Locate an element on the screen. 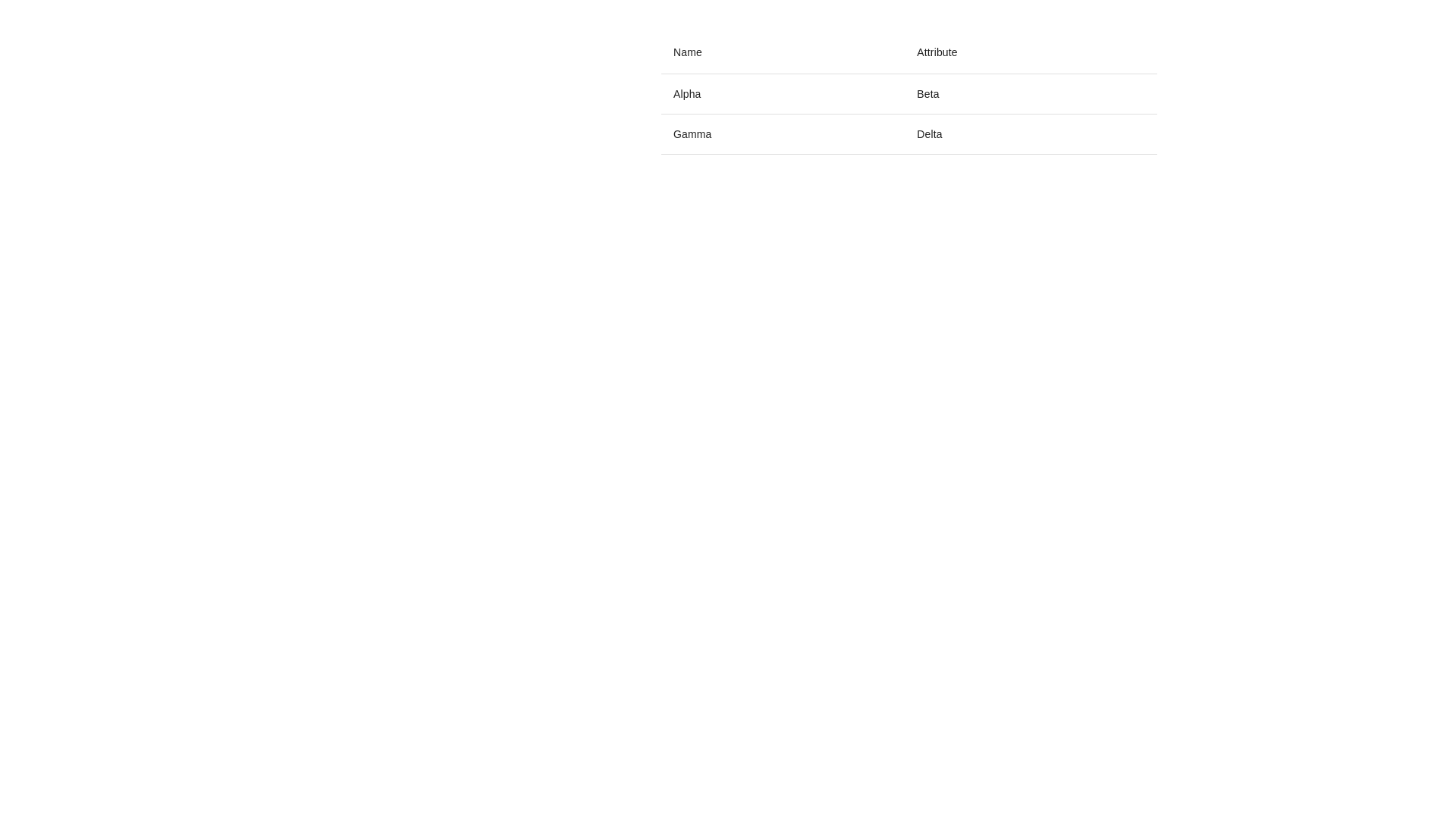  the table cell containing the text 'Beta' located in the second row under the 'Attribute' column to interact with it is located at coordinates (909, 93).